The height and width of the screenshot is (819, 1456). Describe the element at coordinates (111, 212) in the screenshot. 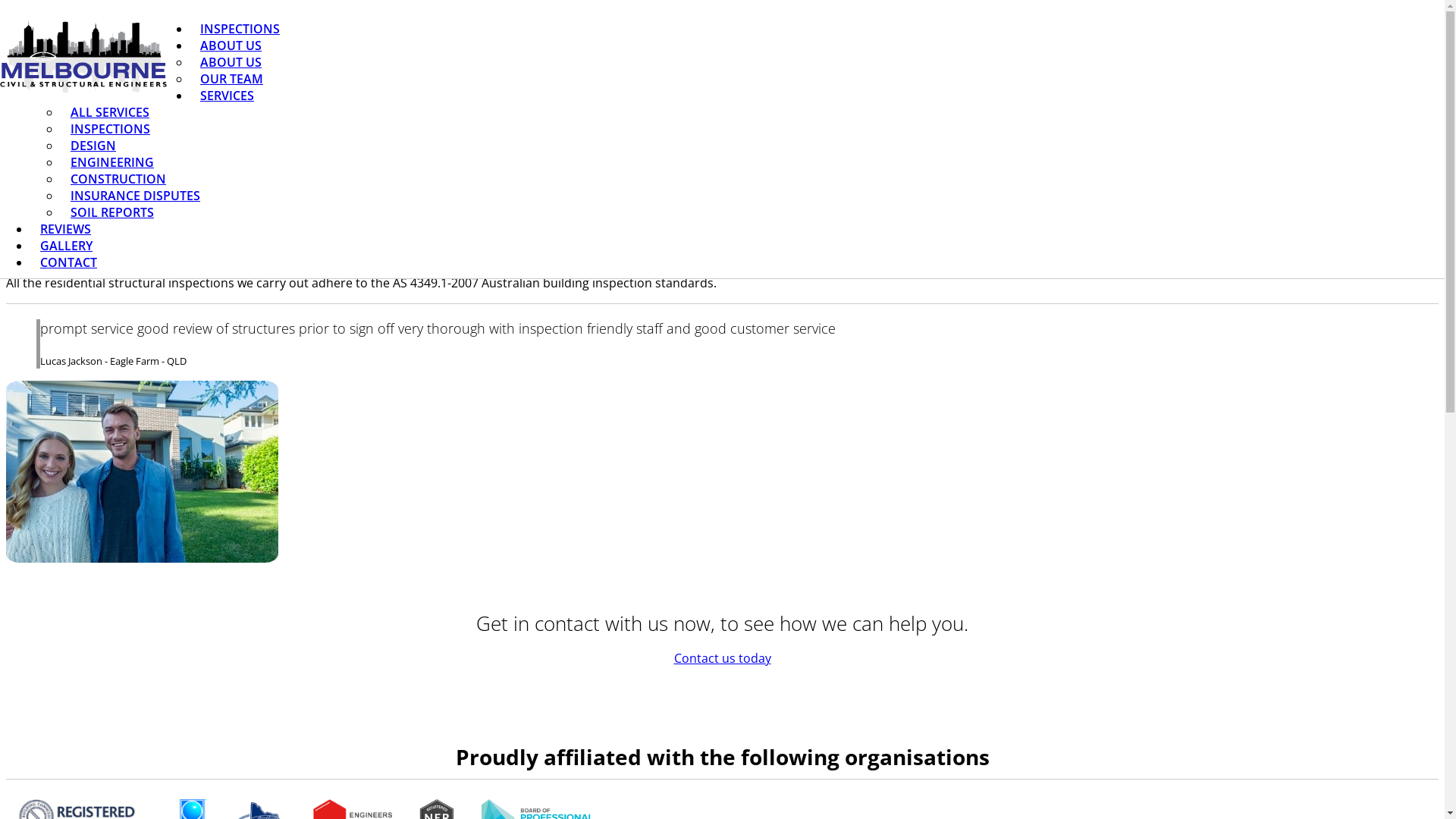

I see `'SOIL REPORTS'` at that location.